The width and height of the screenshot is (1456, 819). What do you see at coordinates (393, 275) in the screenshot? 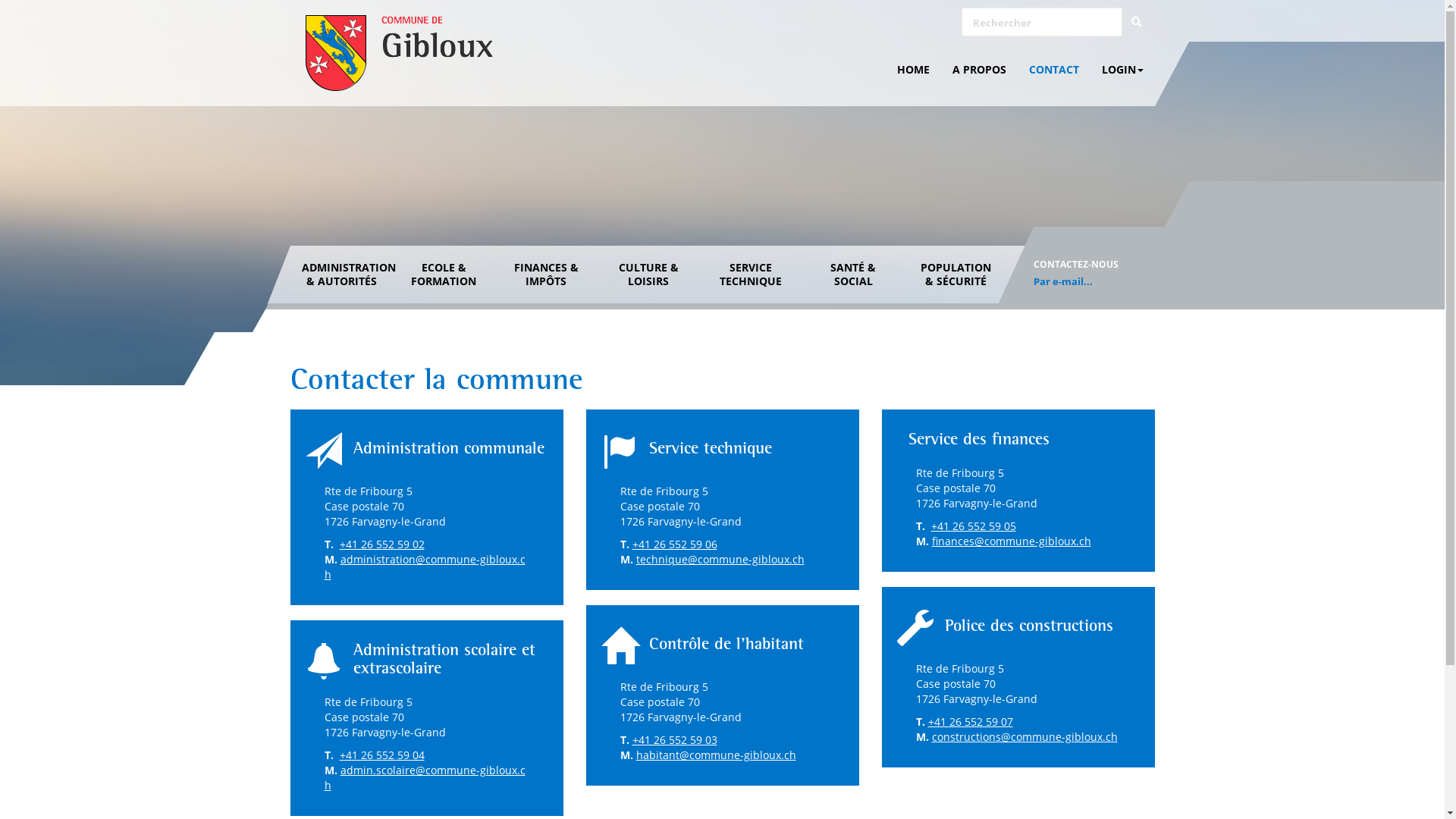
I see `'ECOLE & FORMATION'` at bounding box center [393, 275].